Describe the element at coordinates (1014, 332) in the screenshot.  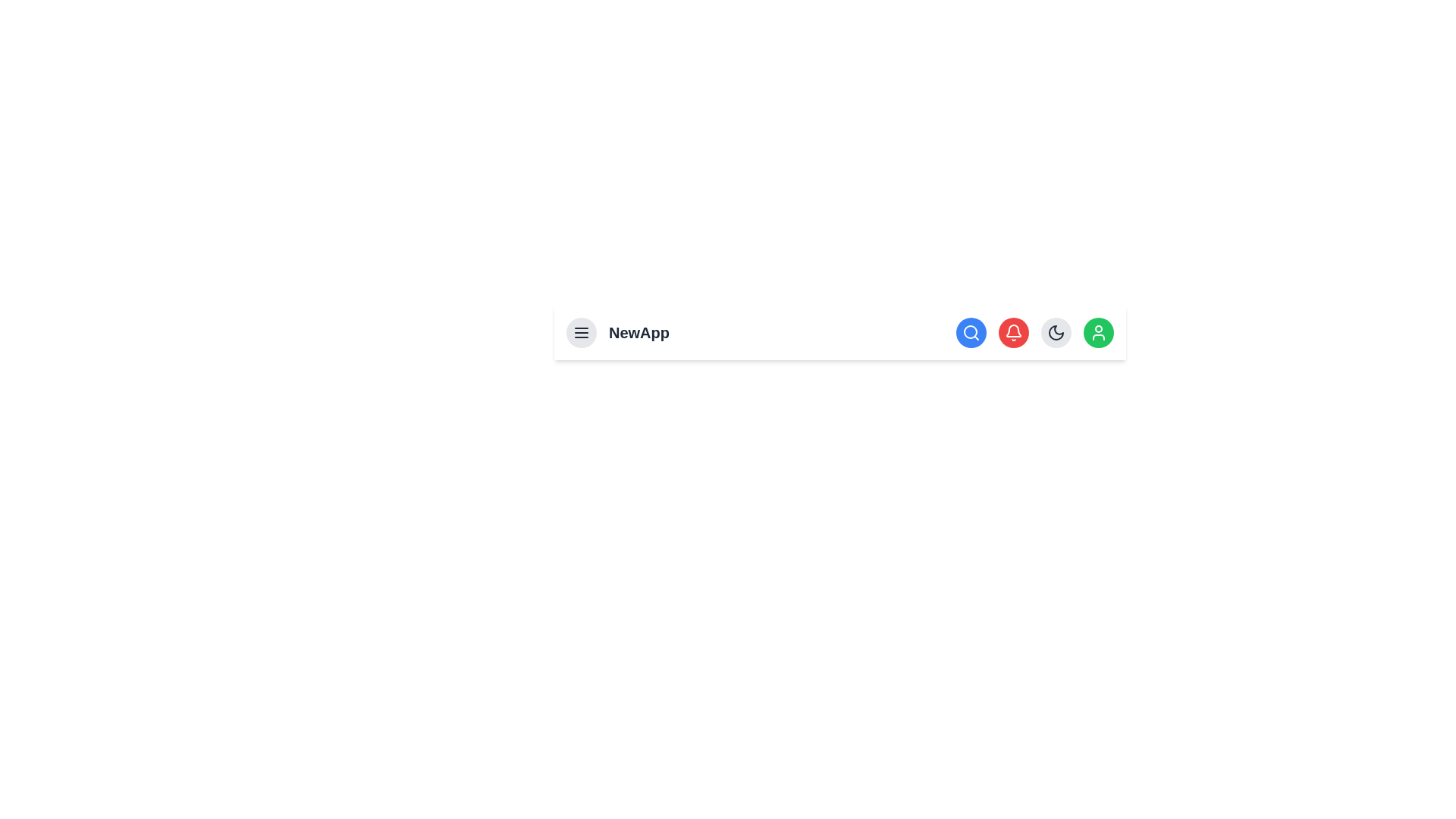
I see `the notification button to interact with it` at that location.